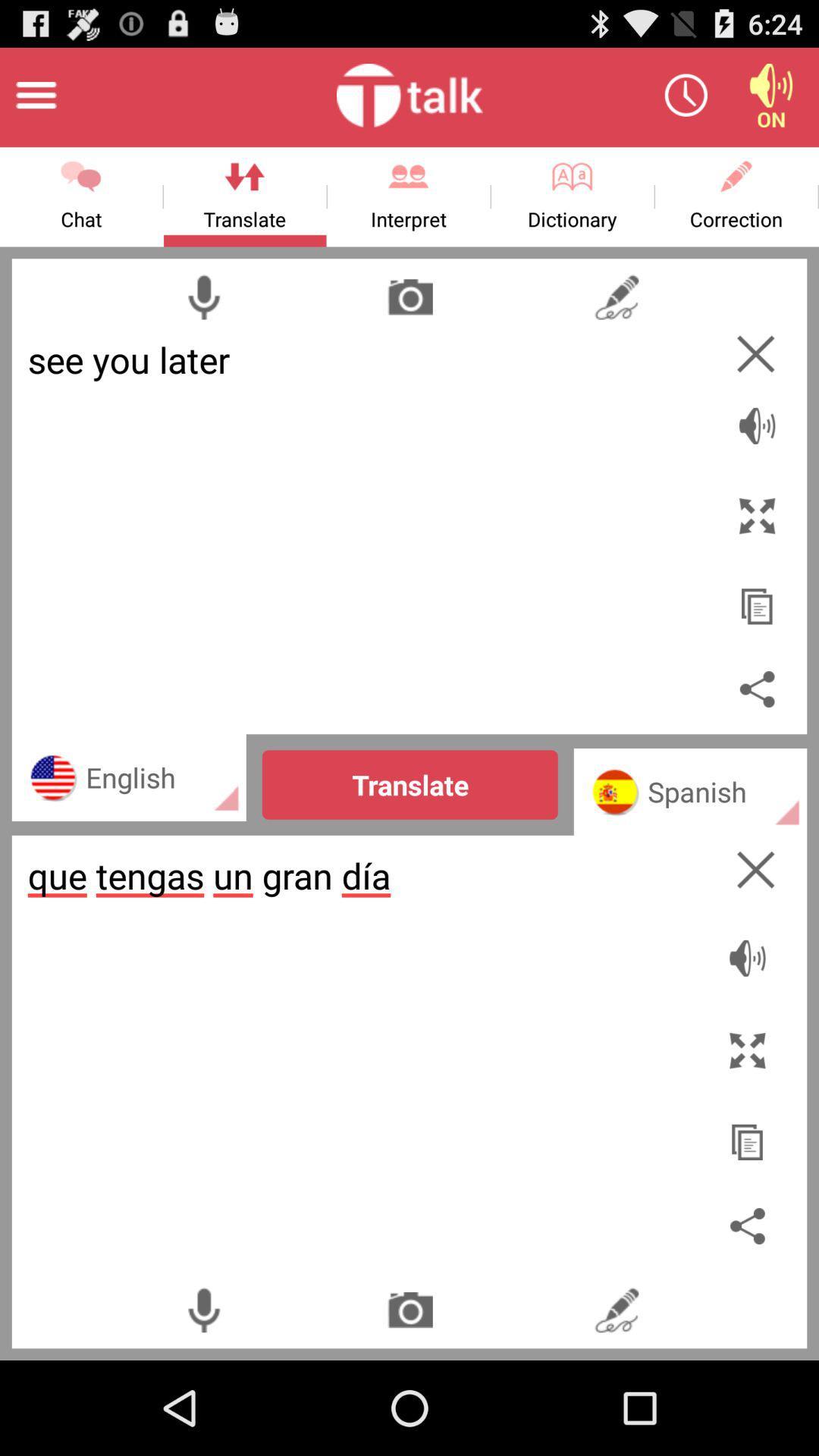  What do you see at coordinates (755, 378) in the screenshot?
I see `the close icon` at bounding box center [755, 378].